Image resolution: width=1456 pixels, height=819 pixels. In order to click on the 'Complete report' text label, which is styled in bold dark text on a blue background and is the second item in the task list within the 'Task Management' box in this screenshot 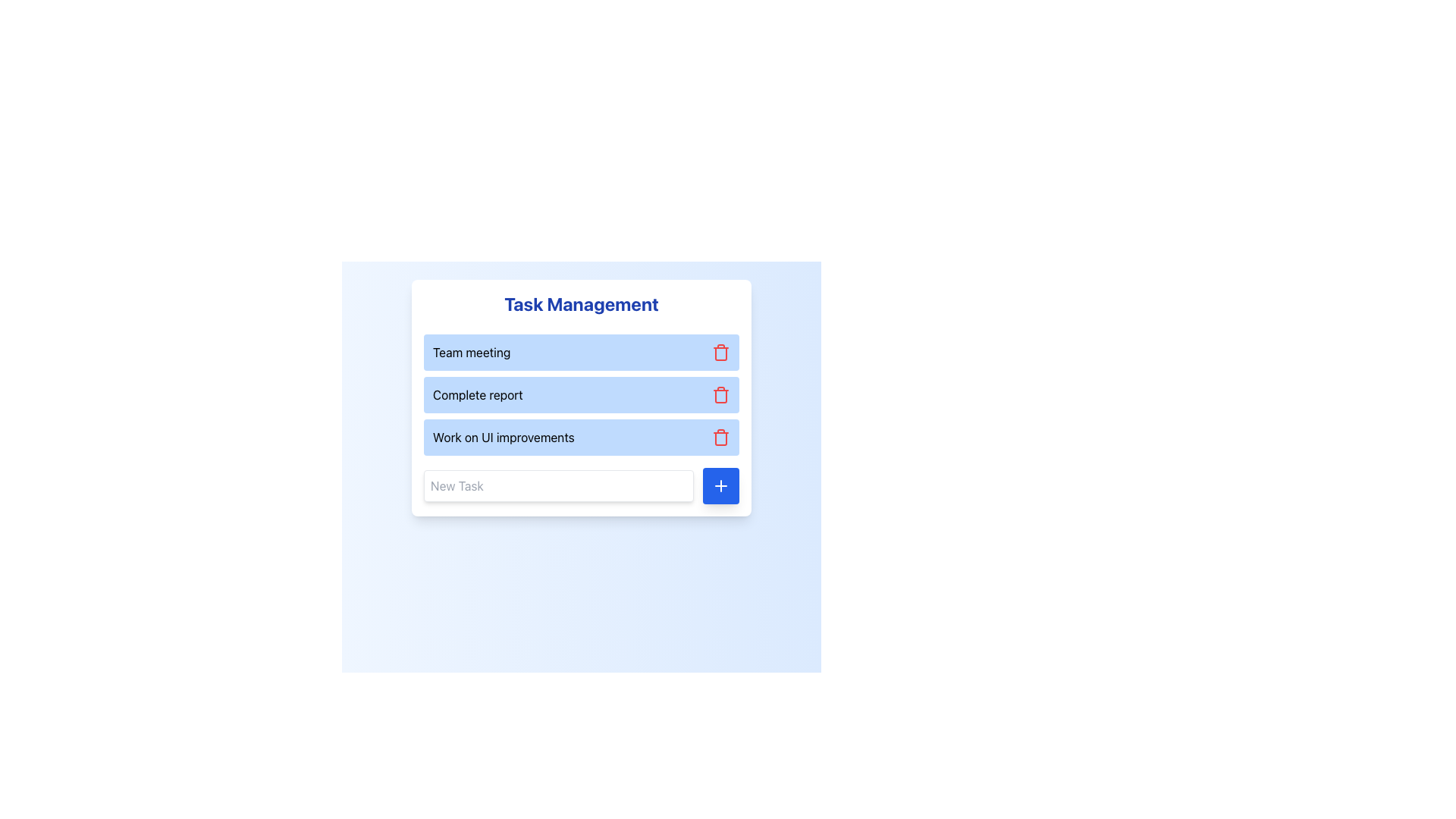, I will do `click(477, 394)`.